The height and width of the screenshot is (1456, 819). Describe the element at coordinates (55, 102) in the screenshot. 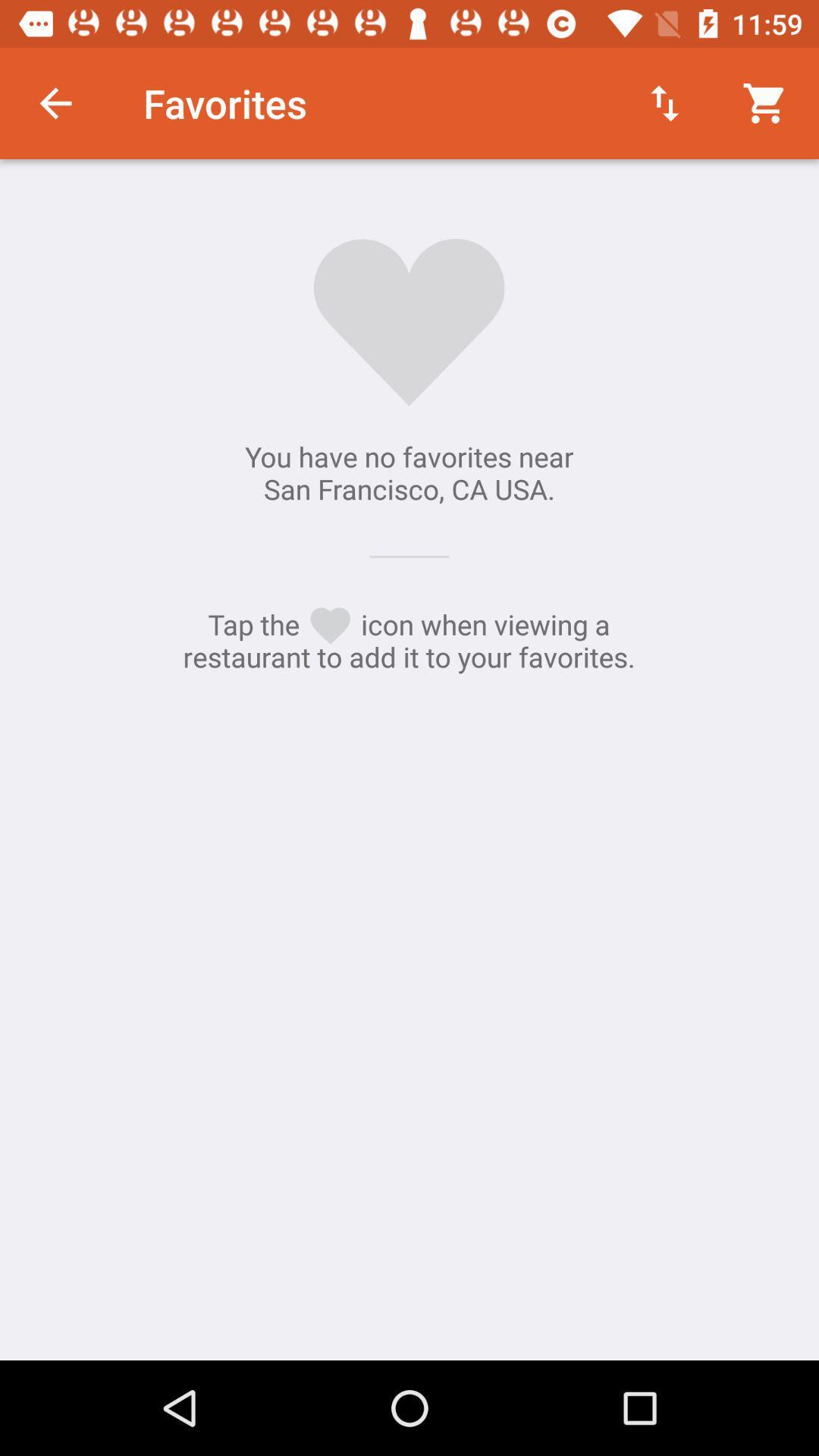

I see `the item next to favorites icon` at that location.